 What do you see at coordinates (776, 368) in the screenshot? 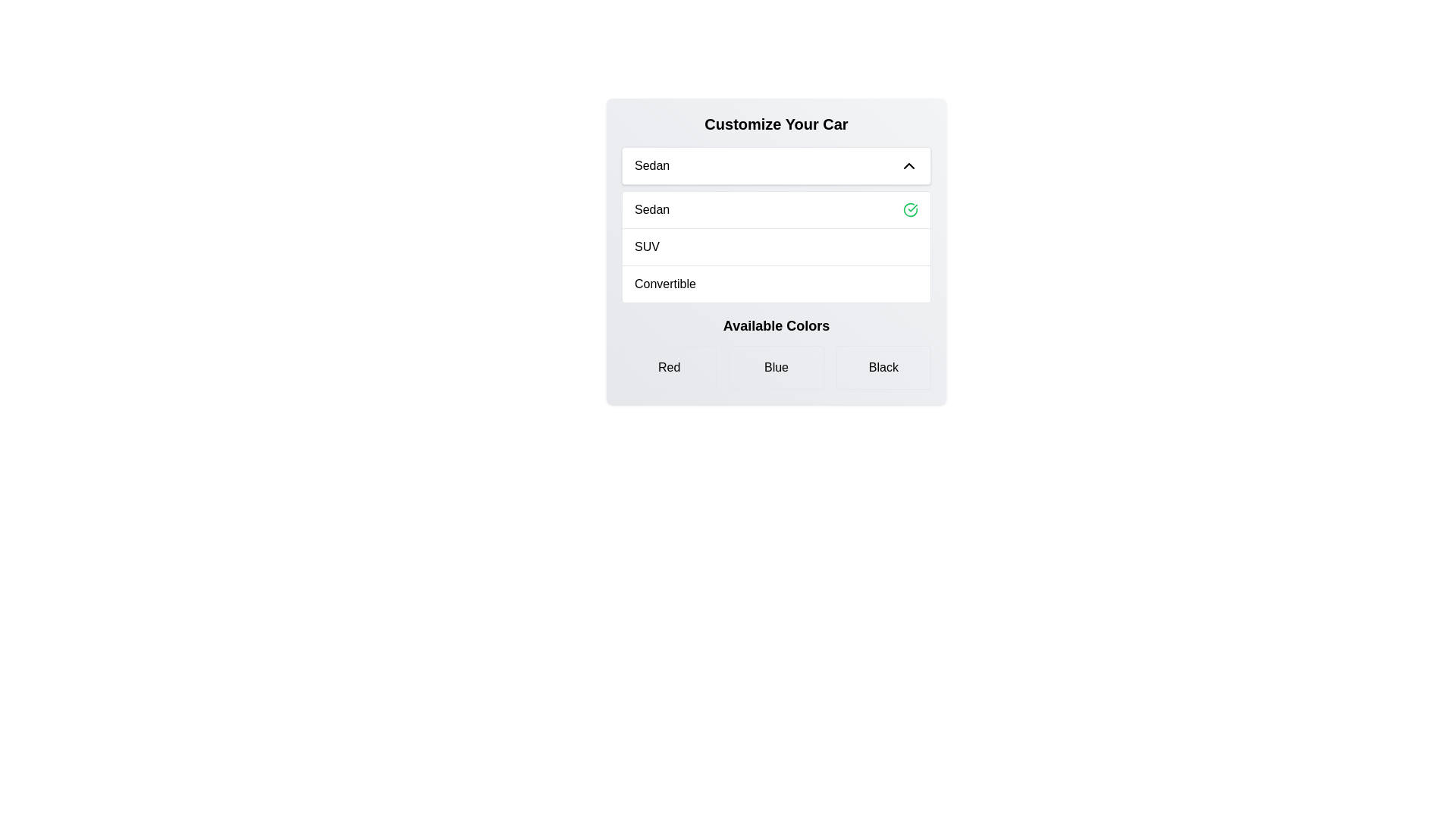
I see `the 'Blue' button` at bounding box center [776, 368].